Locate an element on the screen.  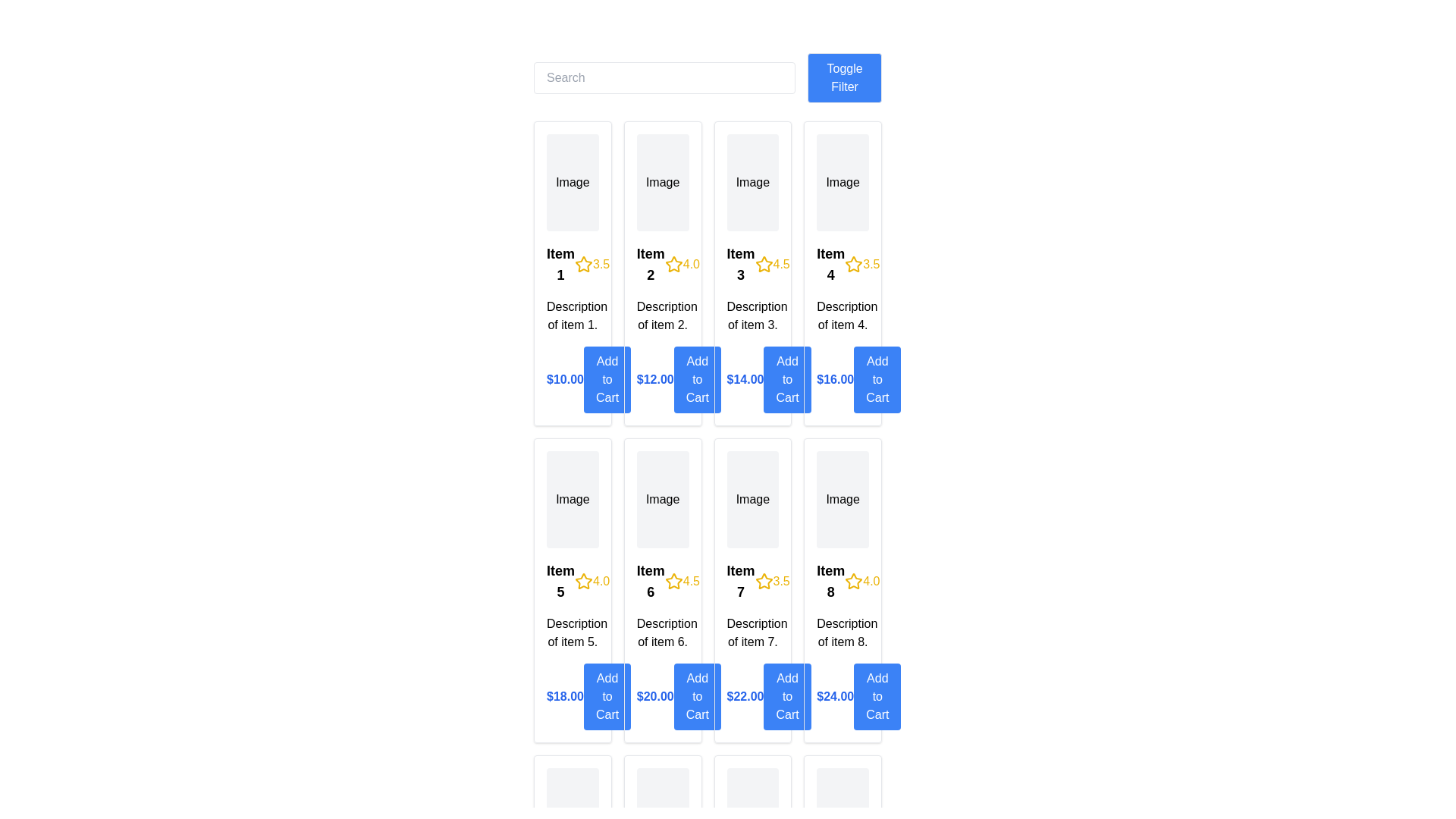
the leftmost star icon in the visual rating component for 'Item 1' located in the first row of products is located at coordinates (583, 263).